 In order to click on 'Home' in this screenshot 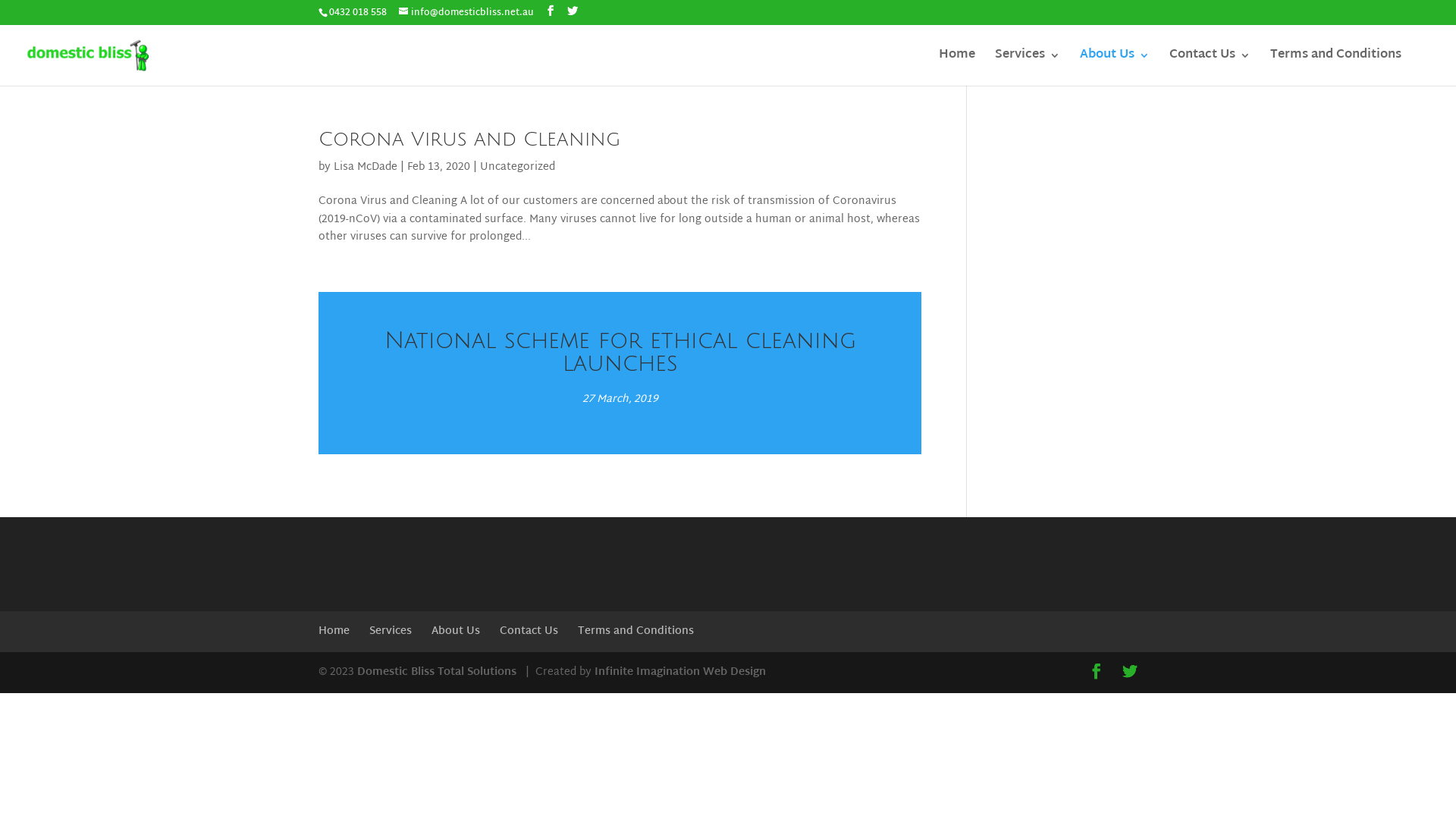, I will do `click(333, 631)`.